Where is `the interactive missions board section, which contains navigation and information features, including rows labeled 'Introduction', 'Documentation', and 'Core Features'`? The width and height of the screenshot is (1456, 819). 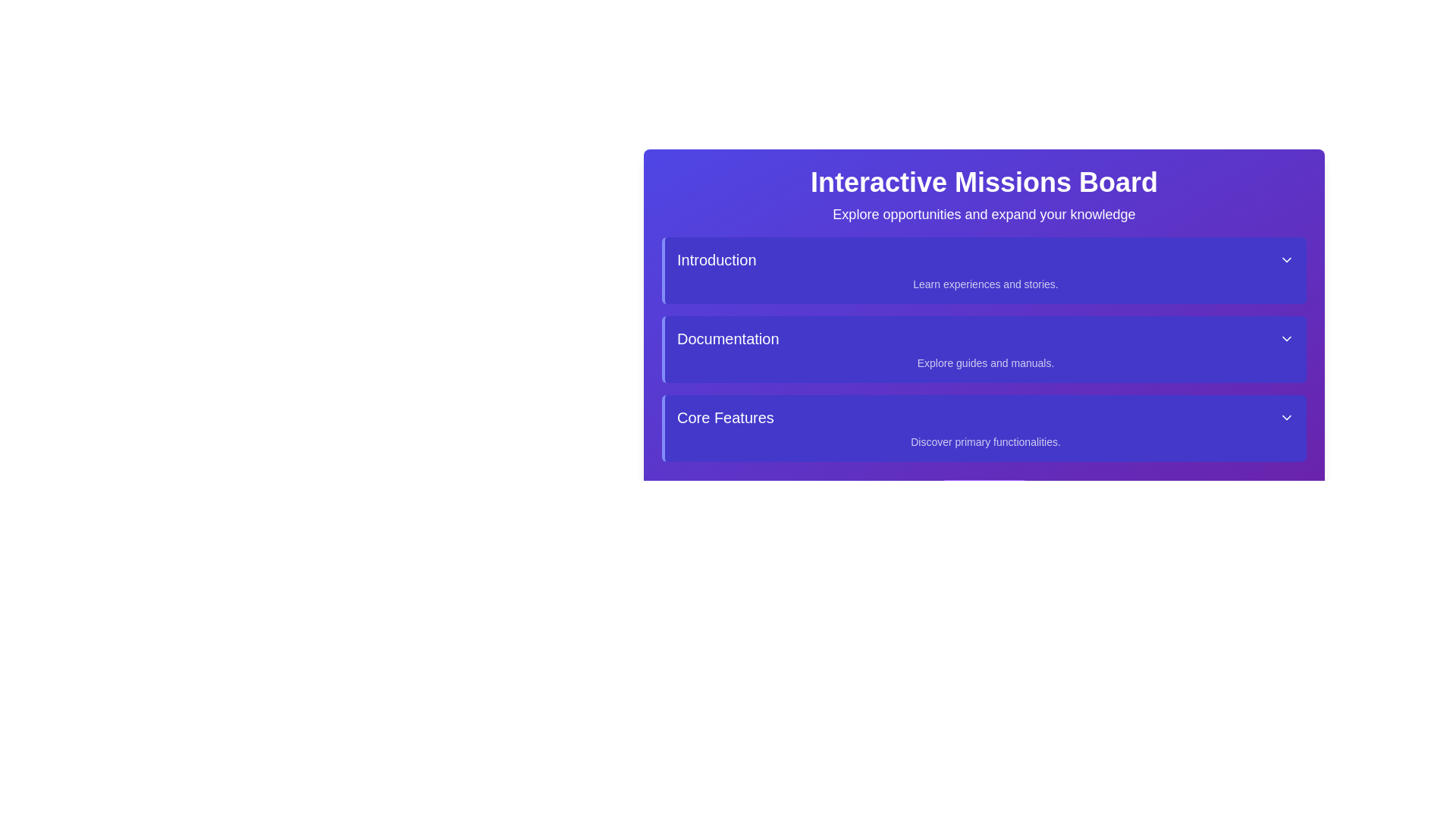 the interactive missions board section, which contains navigation and information features, including rows labeled 'Introduction', 'Documentation', and 'Core Features' is located at coordinates (984, 305).